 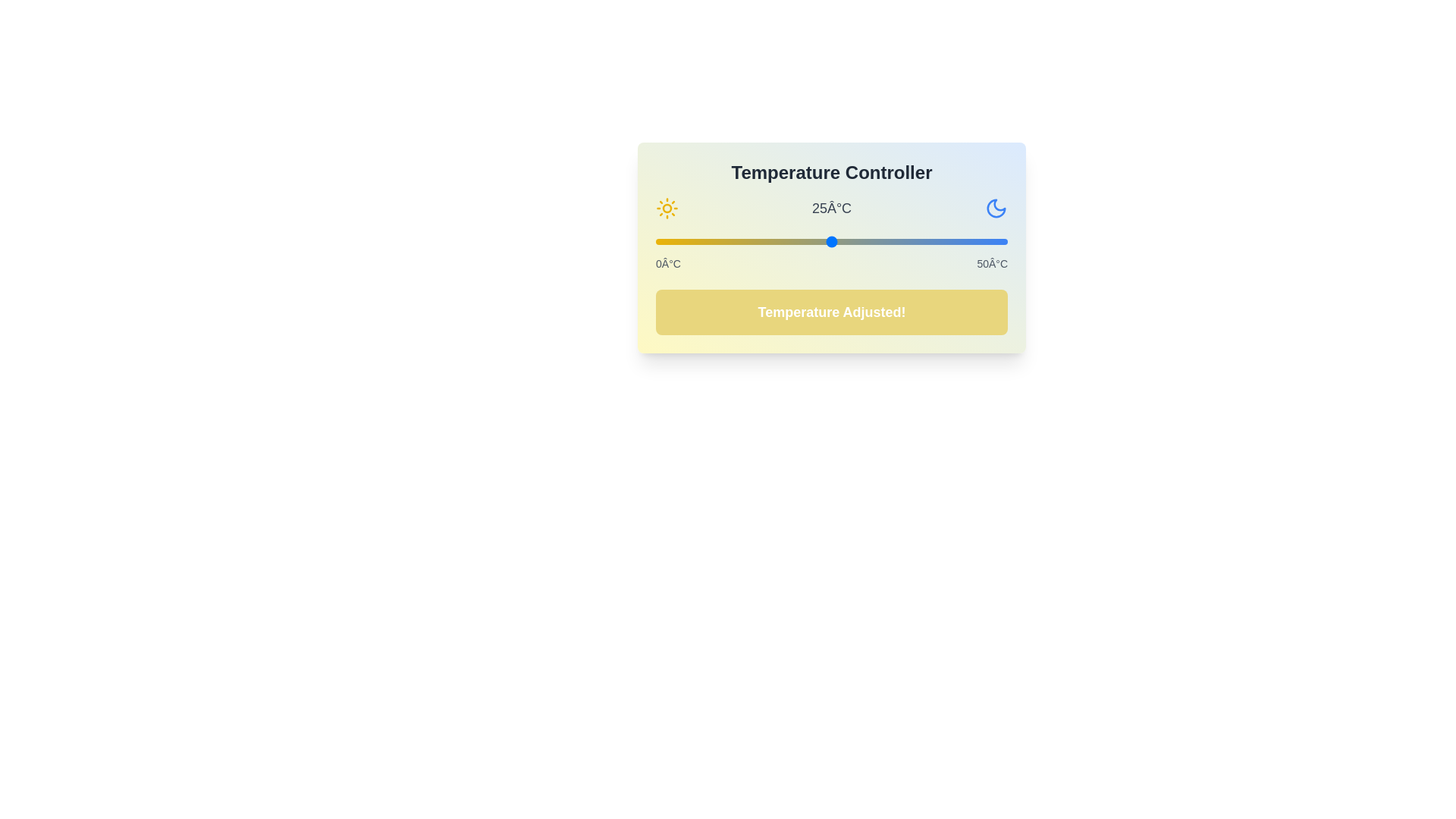 What do you see at coordinates (996, 208) in the screenshot?
I see `the moon icon to explore its functionality` at bounding box center [996, 208].